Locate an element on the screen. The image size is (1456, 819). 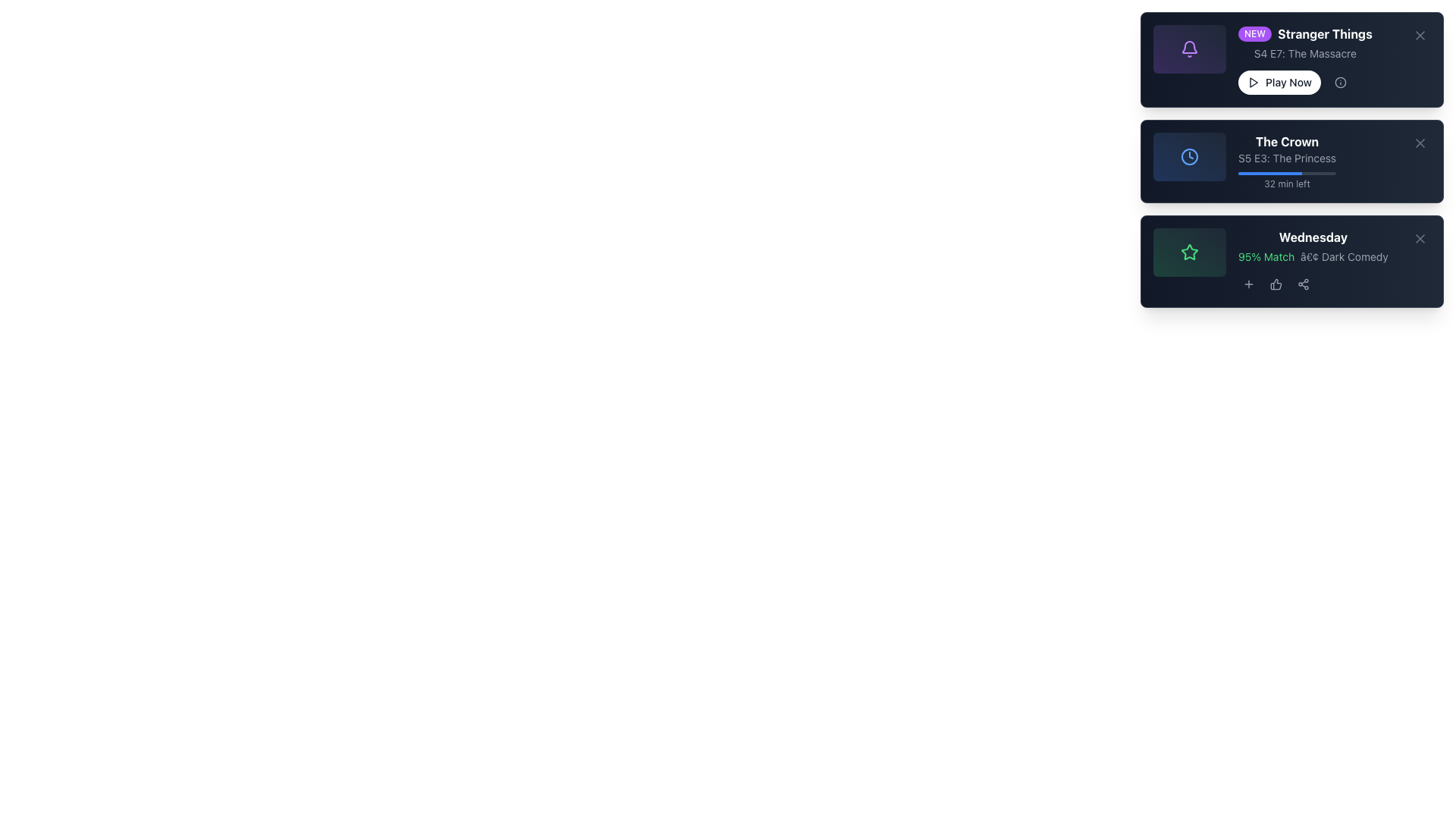
the circular gray button icon with a share-related vector graphic located in the bottom information card under the show 'Wednesday' is located at coordinates (1302, 284).